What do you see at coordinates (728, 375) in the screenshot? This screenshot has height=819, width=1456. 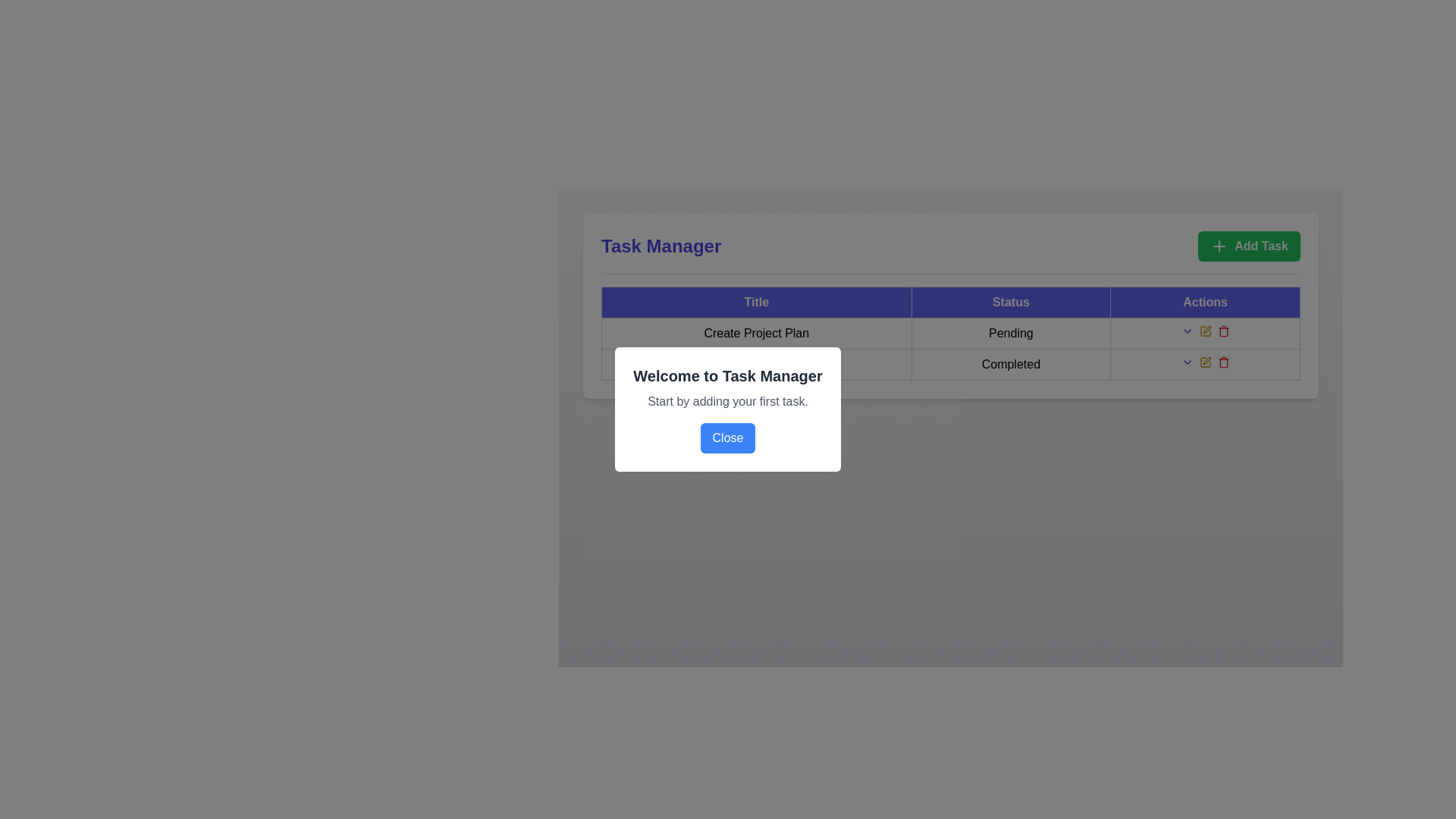 I see `the bold heading text 'Welcome to Task Manager' which is positioned at the top-center of the modal dialog` at bounding box center [728, 375].